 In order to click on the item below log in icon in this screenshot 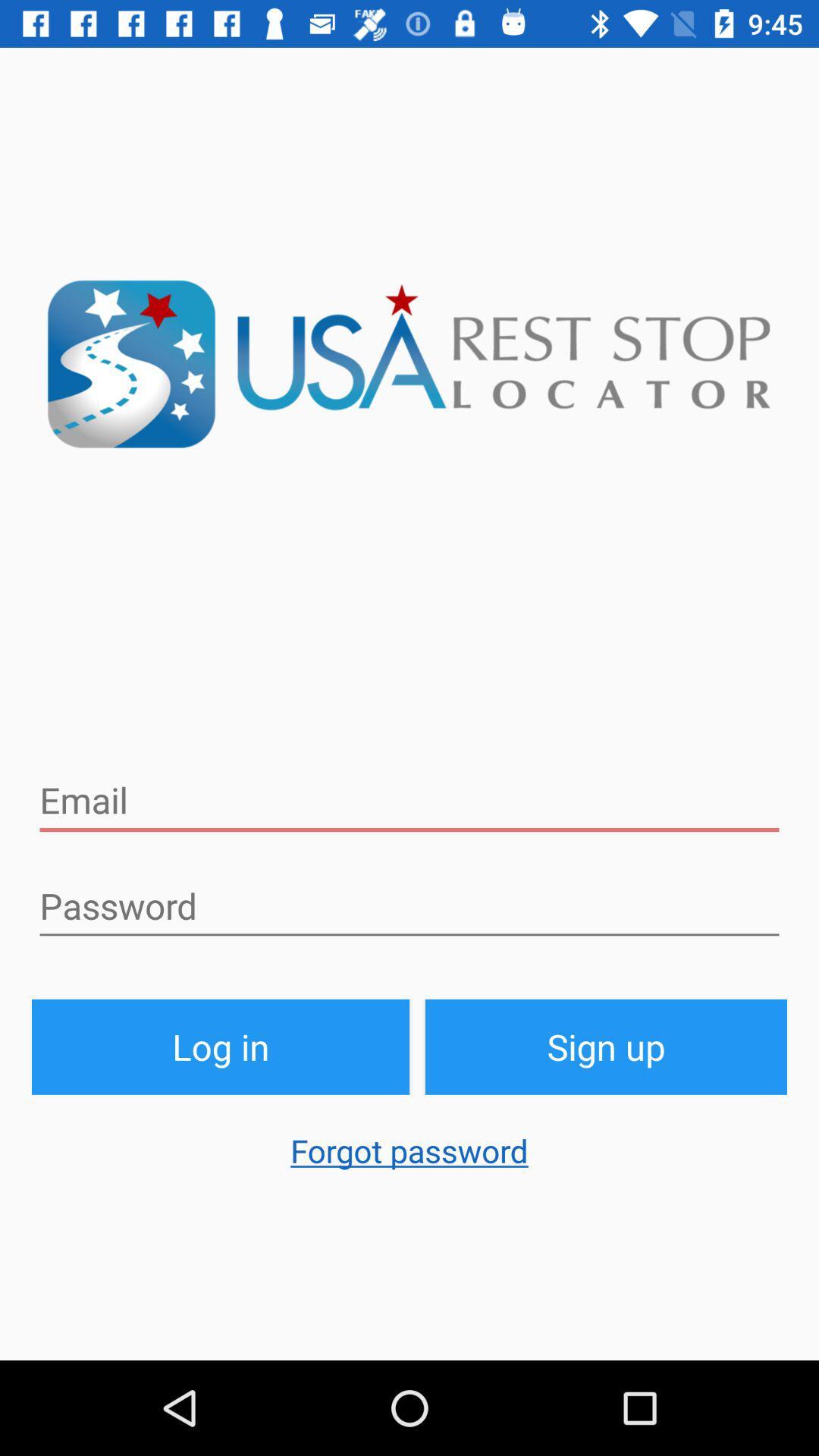, I will do `click(409, 1157)`.